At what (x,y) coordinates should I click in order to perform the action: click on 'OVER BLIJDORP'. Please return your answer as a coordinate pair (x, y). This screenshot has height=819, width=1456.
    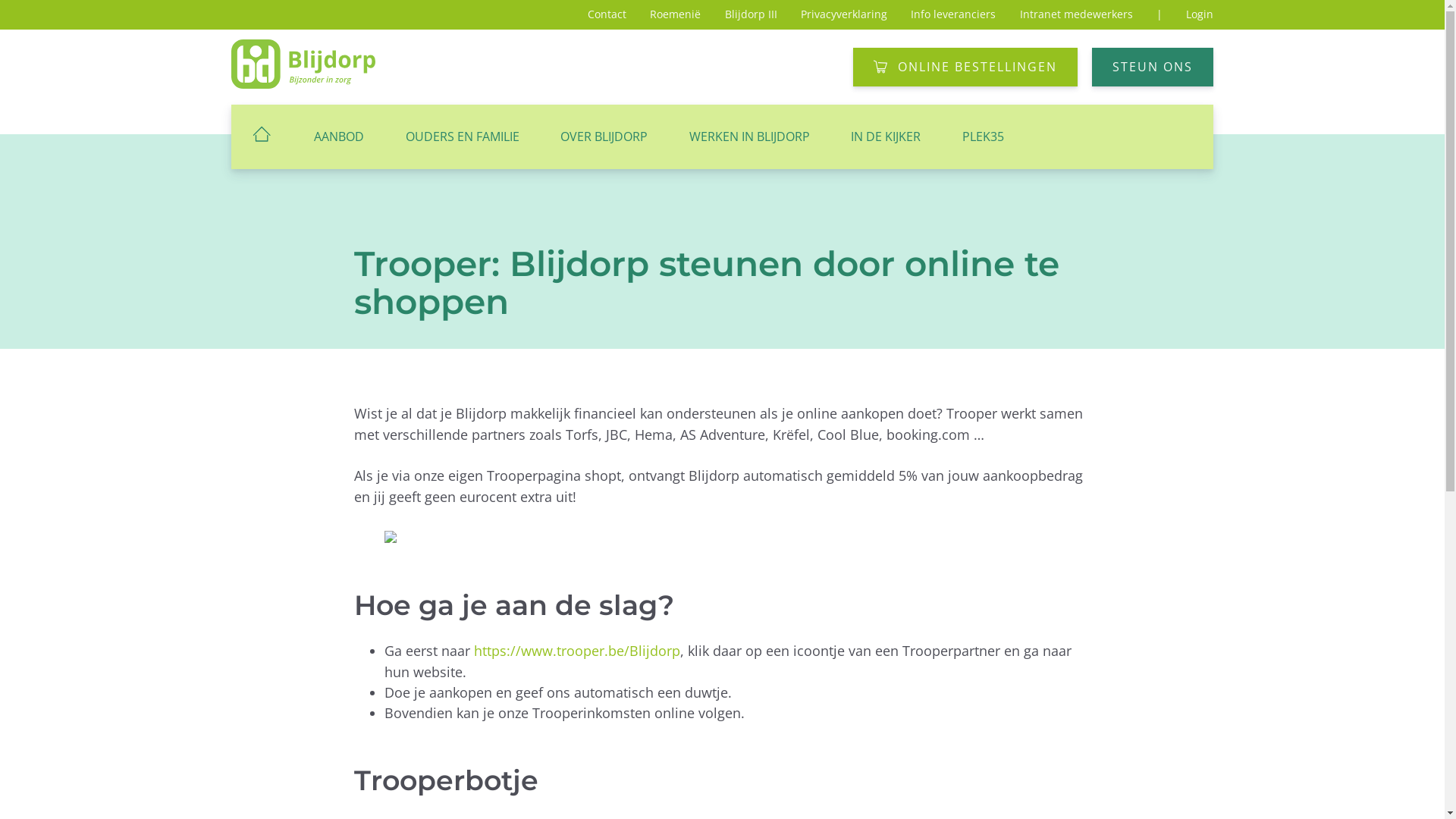
    Looking at the image, I should click on (603, 136).